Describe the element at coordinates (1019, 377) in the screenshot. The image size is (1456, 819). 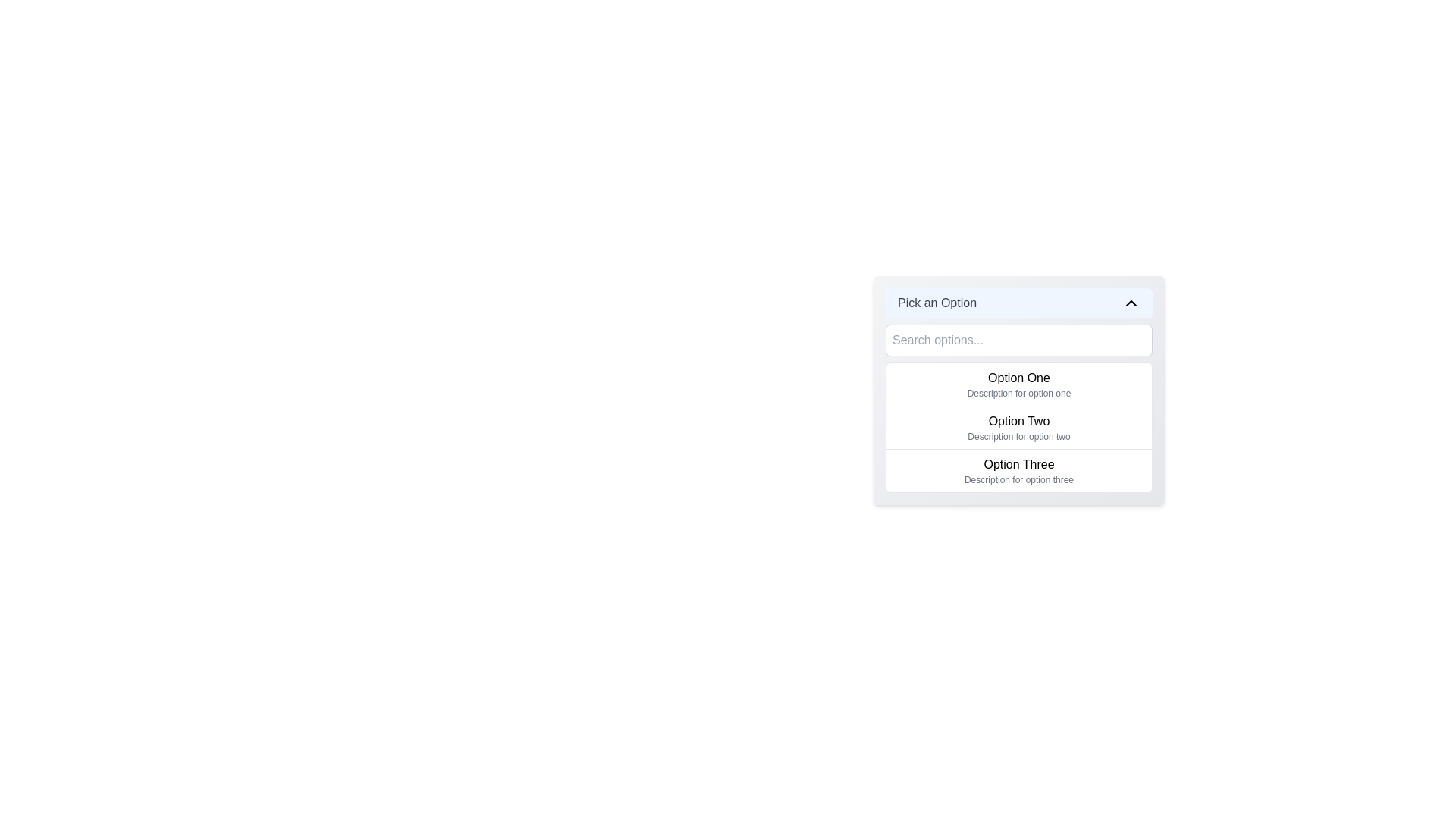
I see `the first selectable option labeled 'Option One' in the dropdown menu` at that location.